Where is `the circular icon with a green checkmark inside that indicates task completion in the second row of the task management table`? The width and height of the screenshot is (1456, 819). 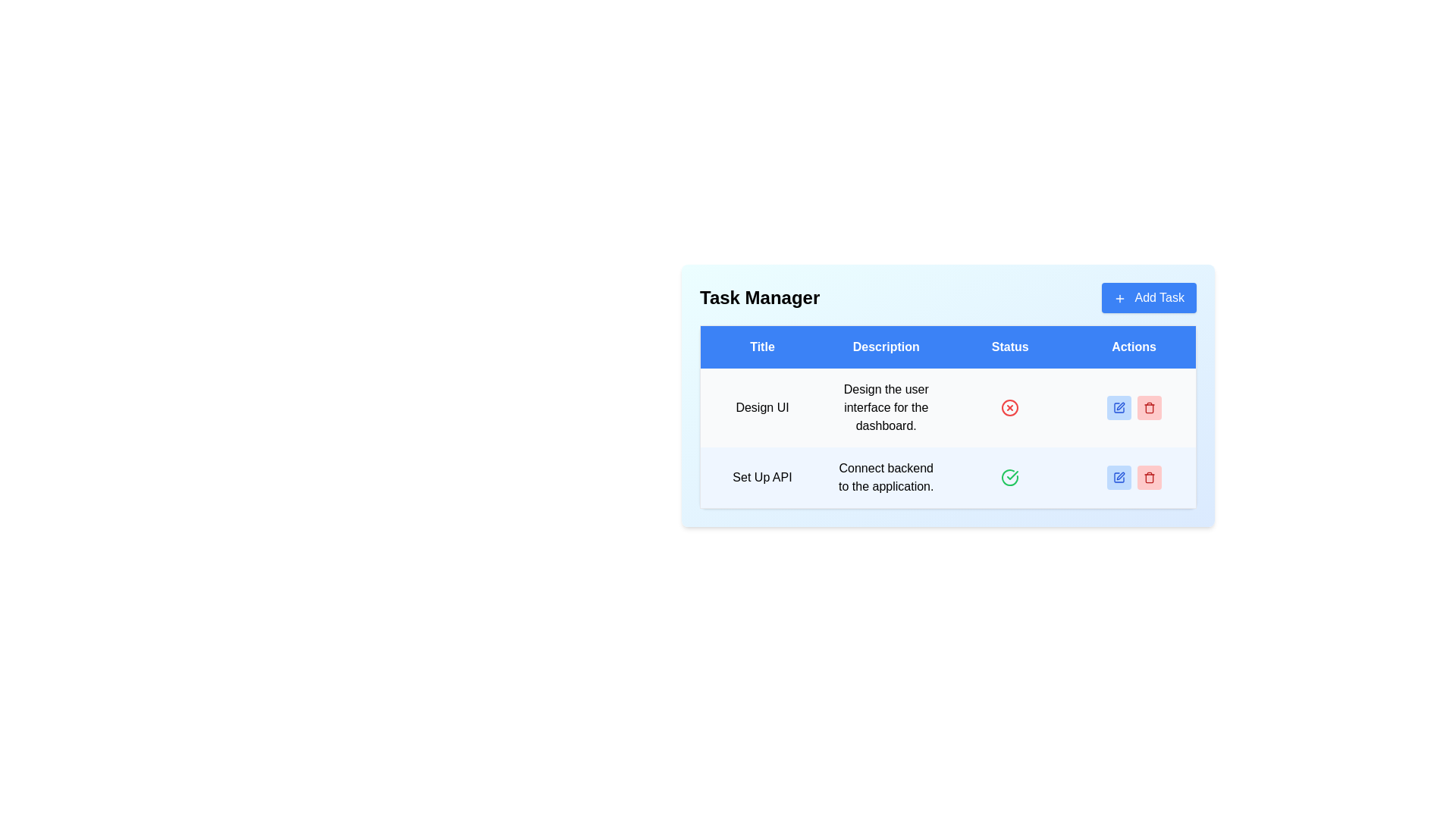 the circular icon with a green checkmark inside that indicates task completion in the second row of the task management table is located at coordinates (1010, 478).